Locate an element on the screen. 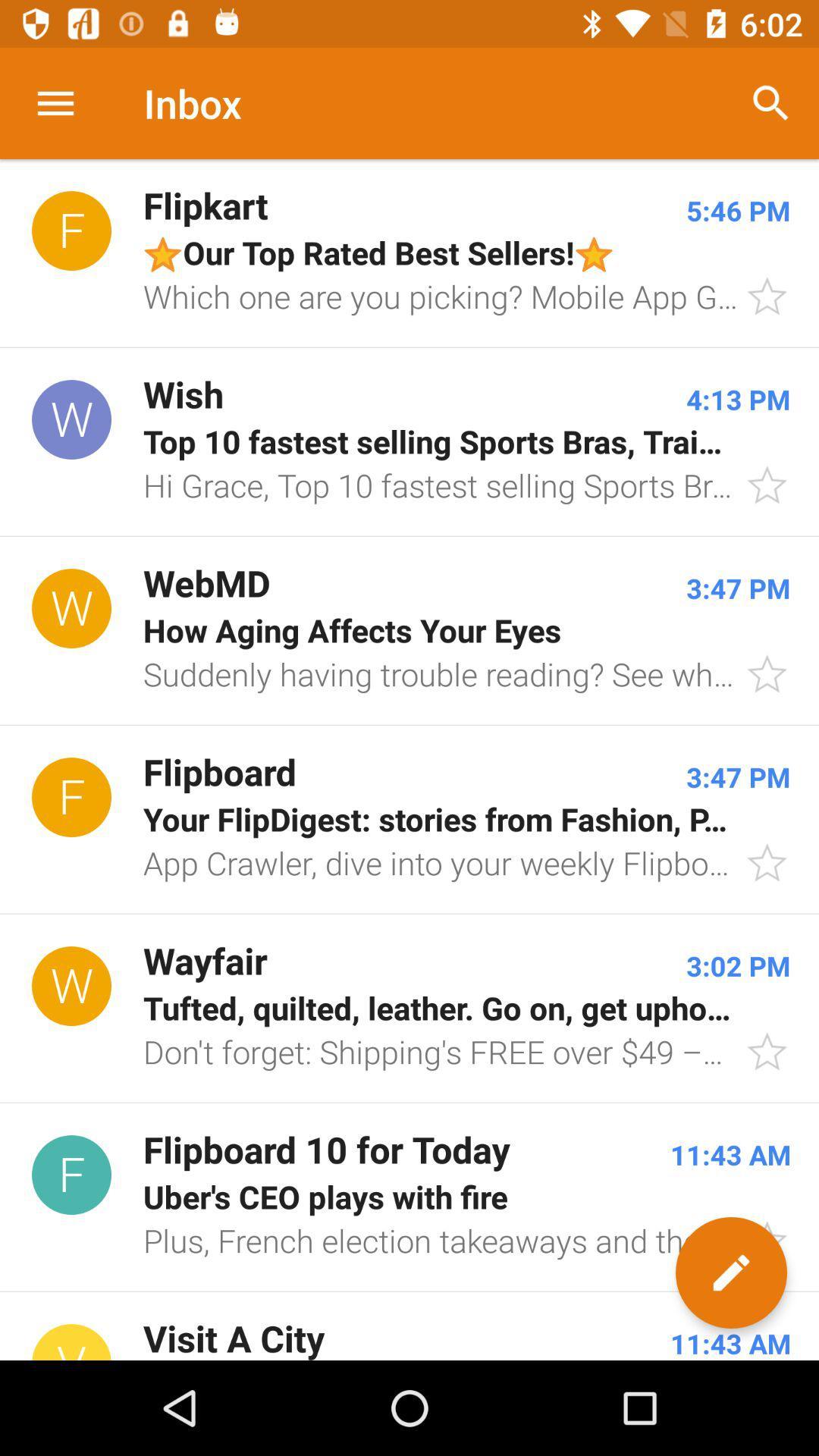  the icon at the bottom right corner is located at coordinates (730, 1272).